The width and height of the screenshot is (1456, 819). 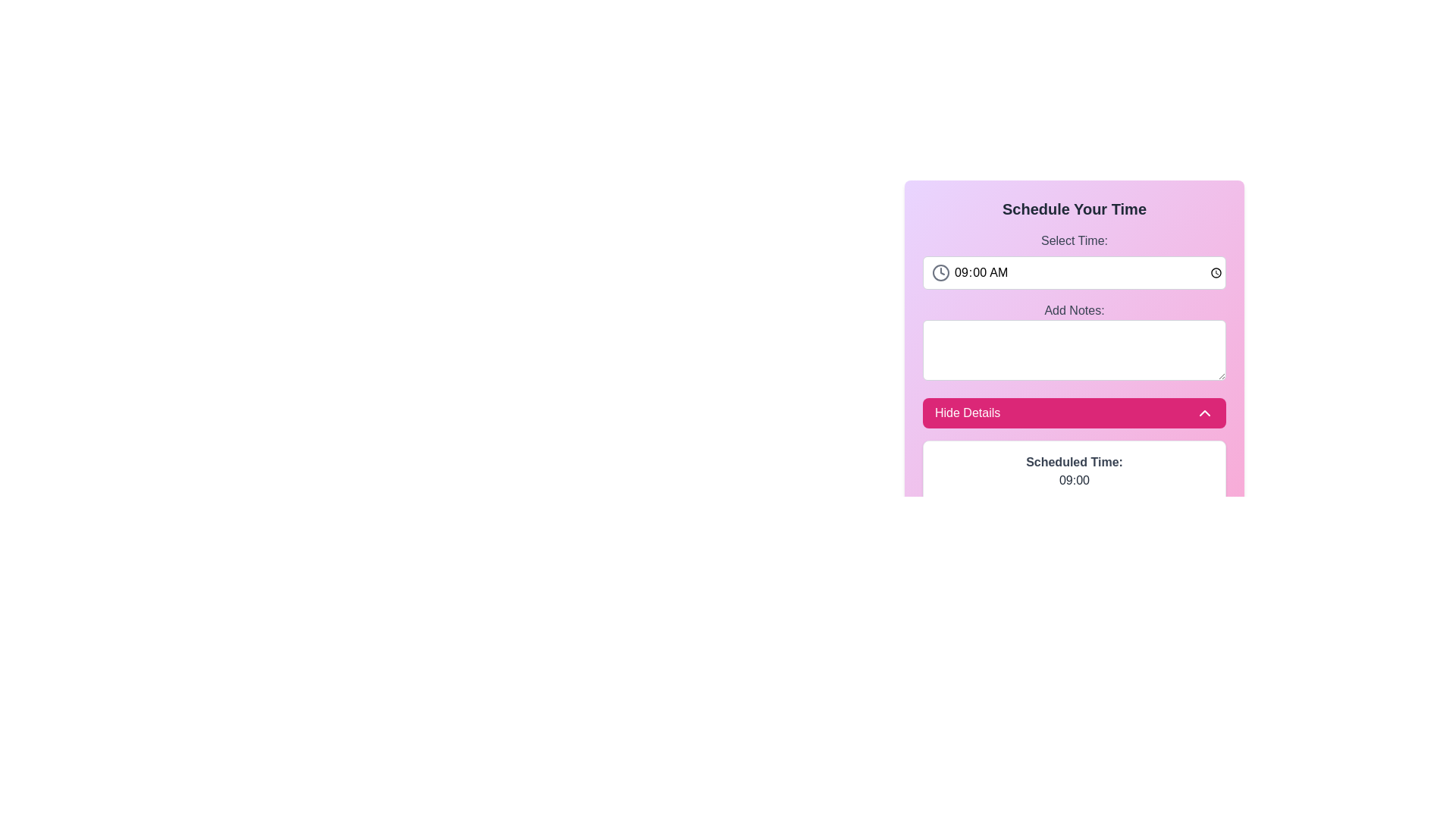 What do you see at coordinates (1203, 413) in the screenshot?
I see `the Icon button located on the right side of the 'Hide Details' button` at bounding box center [1203, 413].